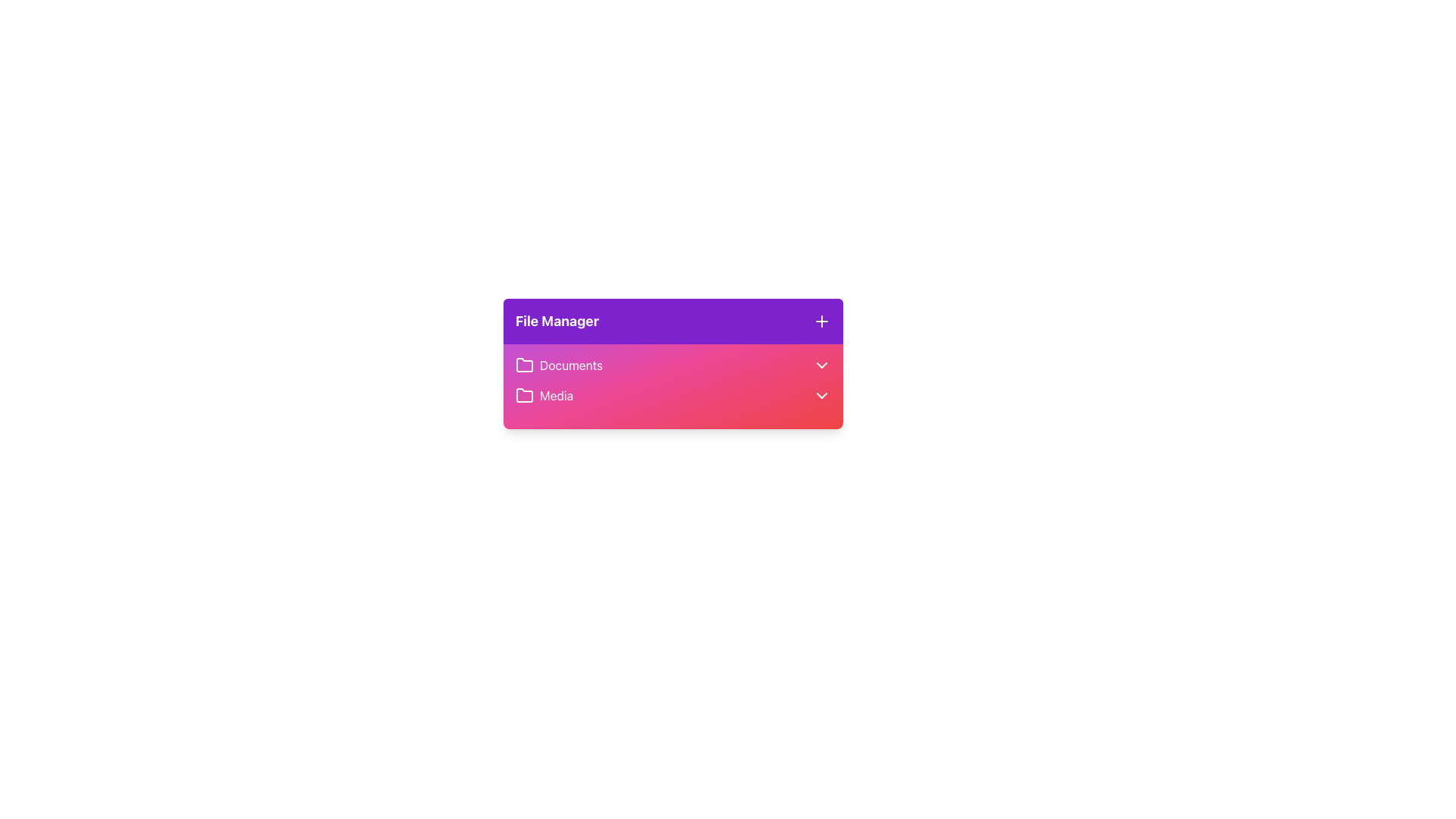  I want to click on the 'Documents' text label, so click(570, 366).